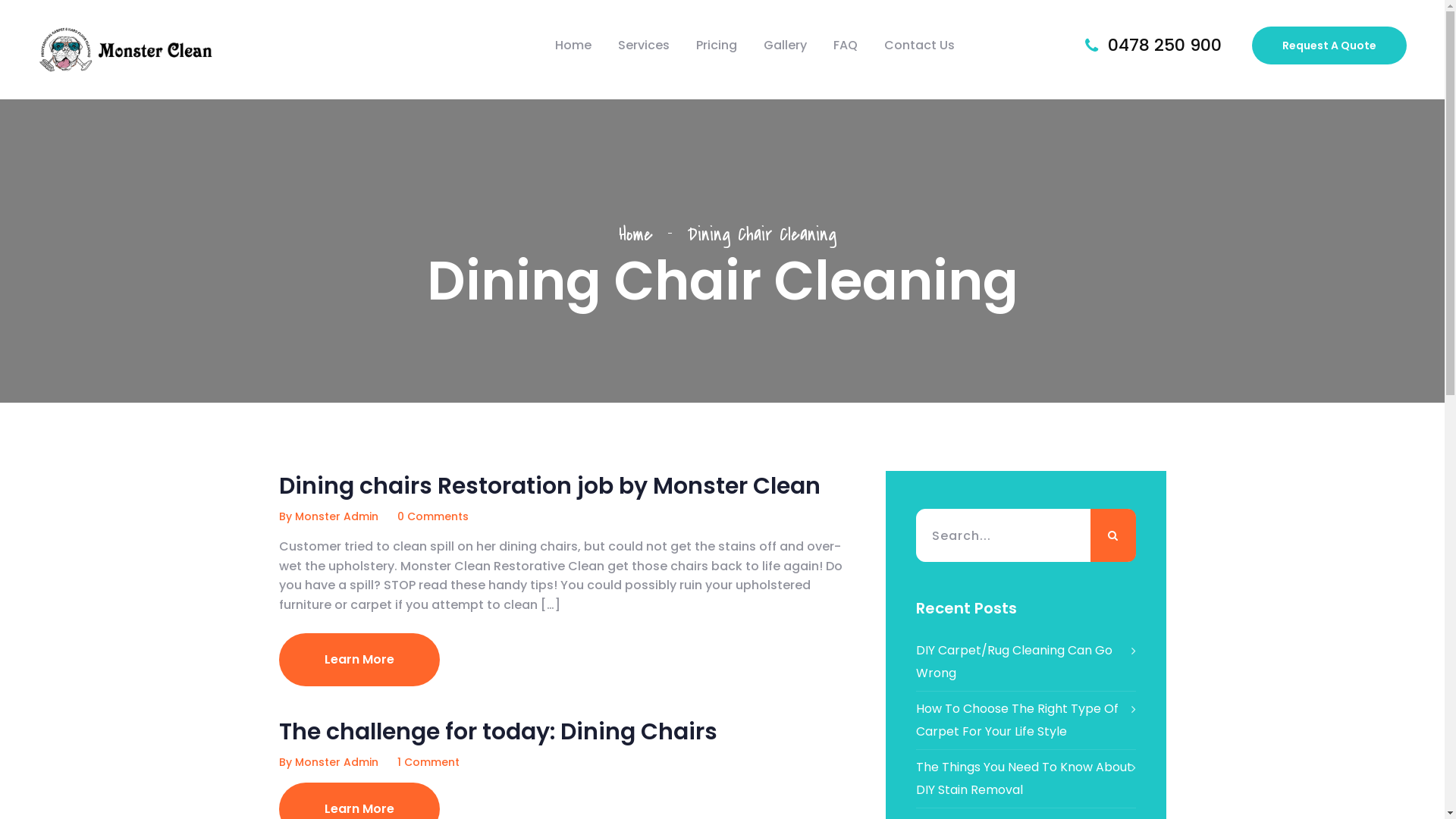 The width and height of the screenshot is (1456, 819). Describe the element at coordinates (761, 234) in the screenshot. I see `'Dining Chair Cleaning'` at that location.